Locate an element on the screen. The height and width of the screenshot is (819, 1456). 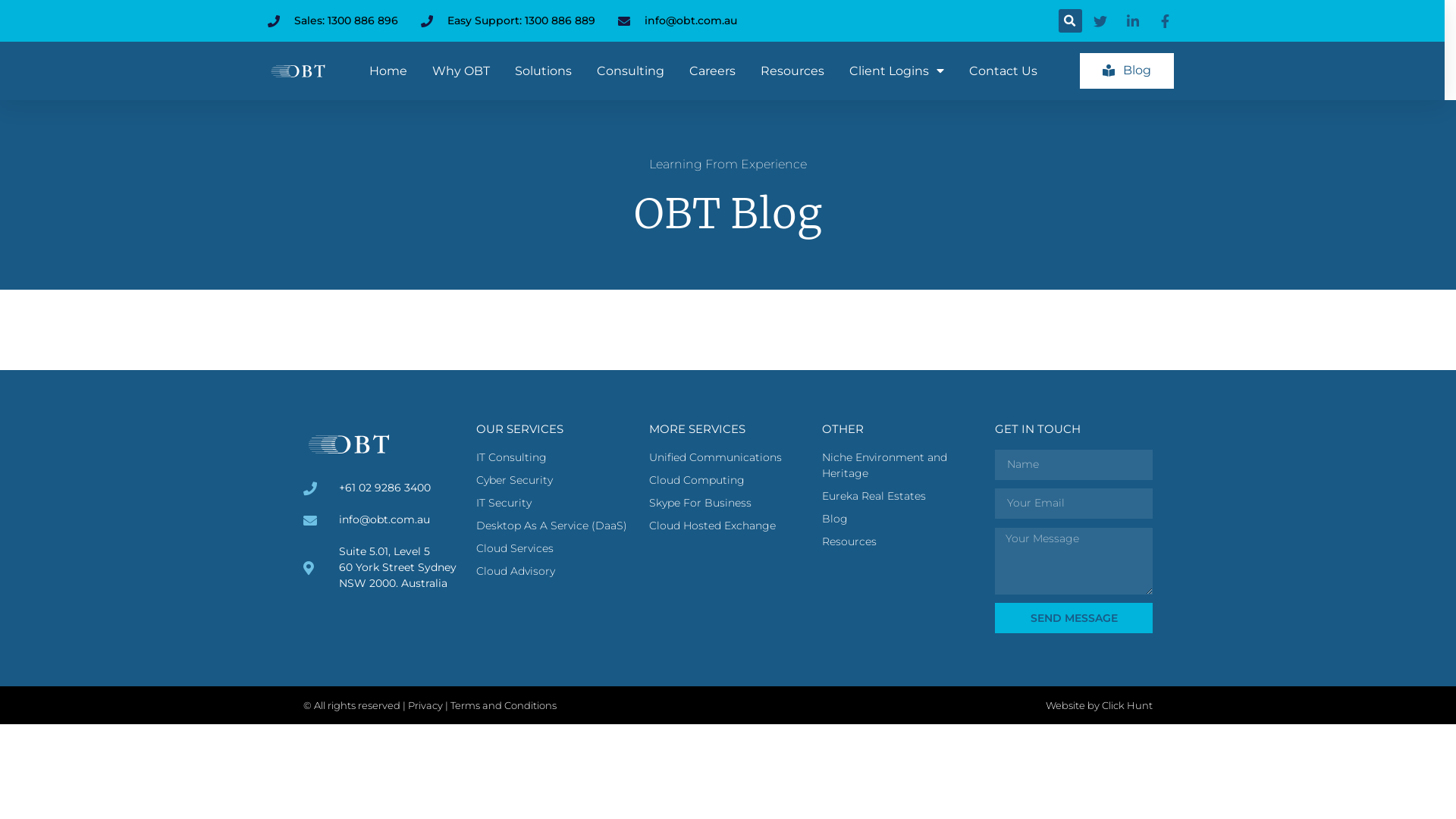
'Client Logins' is located at coordinates (896, 70).